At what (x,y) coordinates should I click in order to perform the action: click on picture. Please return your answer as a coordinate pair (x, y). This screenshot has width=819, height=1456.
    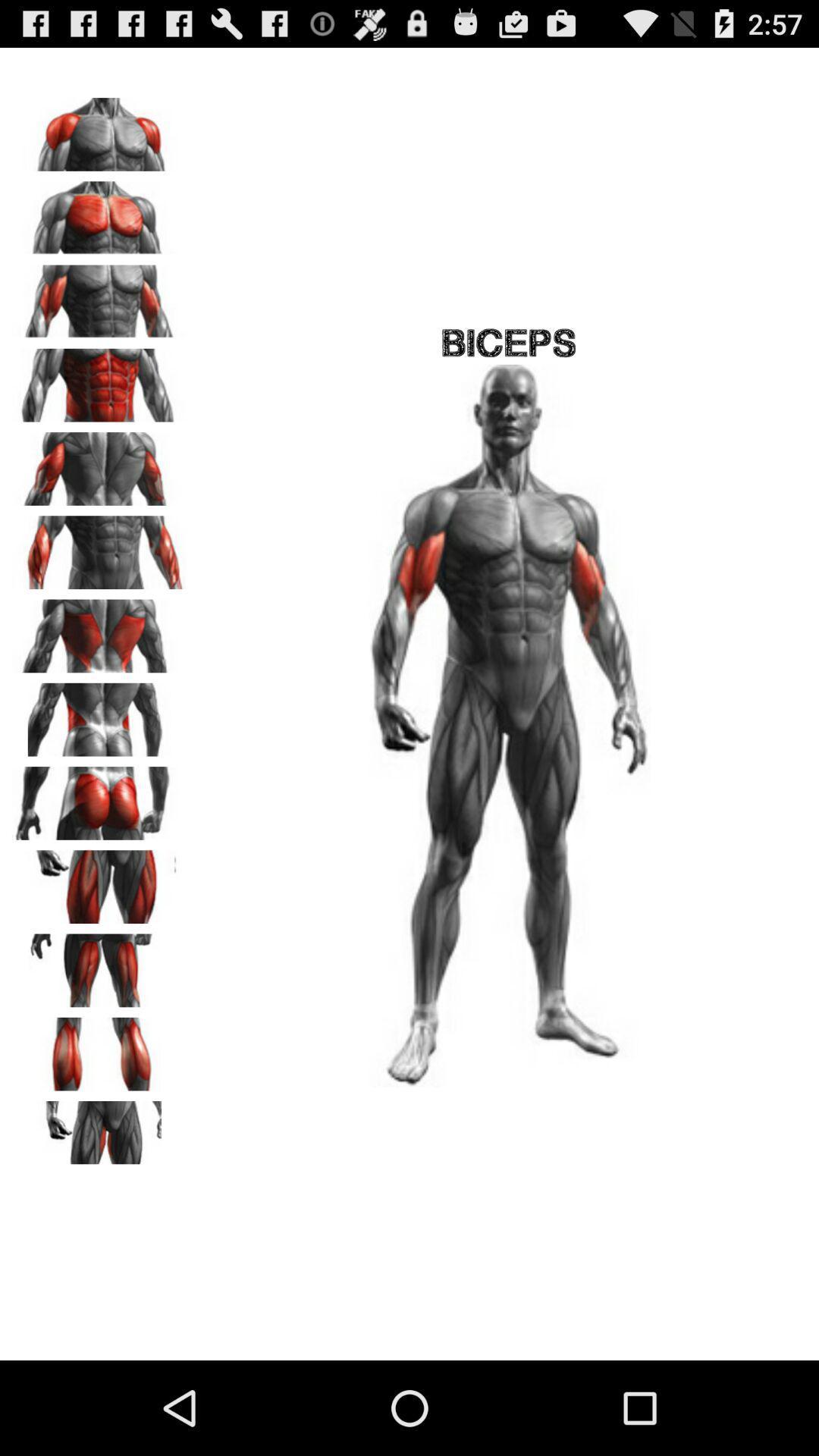
    Looking at the image, I should click on (99, 297).